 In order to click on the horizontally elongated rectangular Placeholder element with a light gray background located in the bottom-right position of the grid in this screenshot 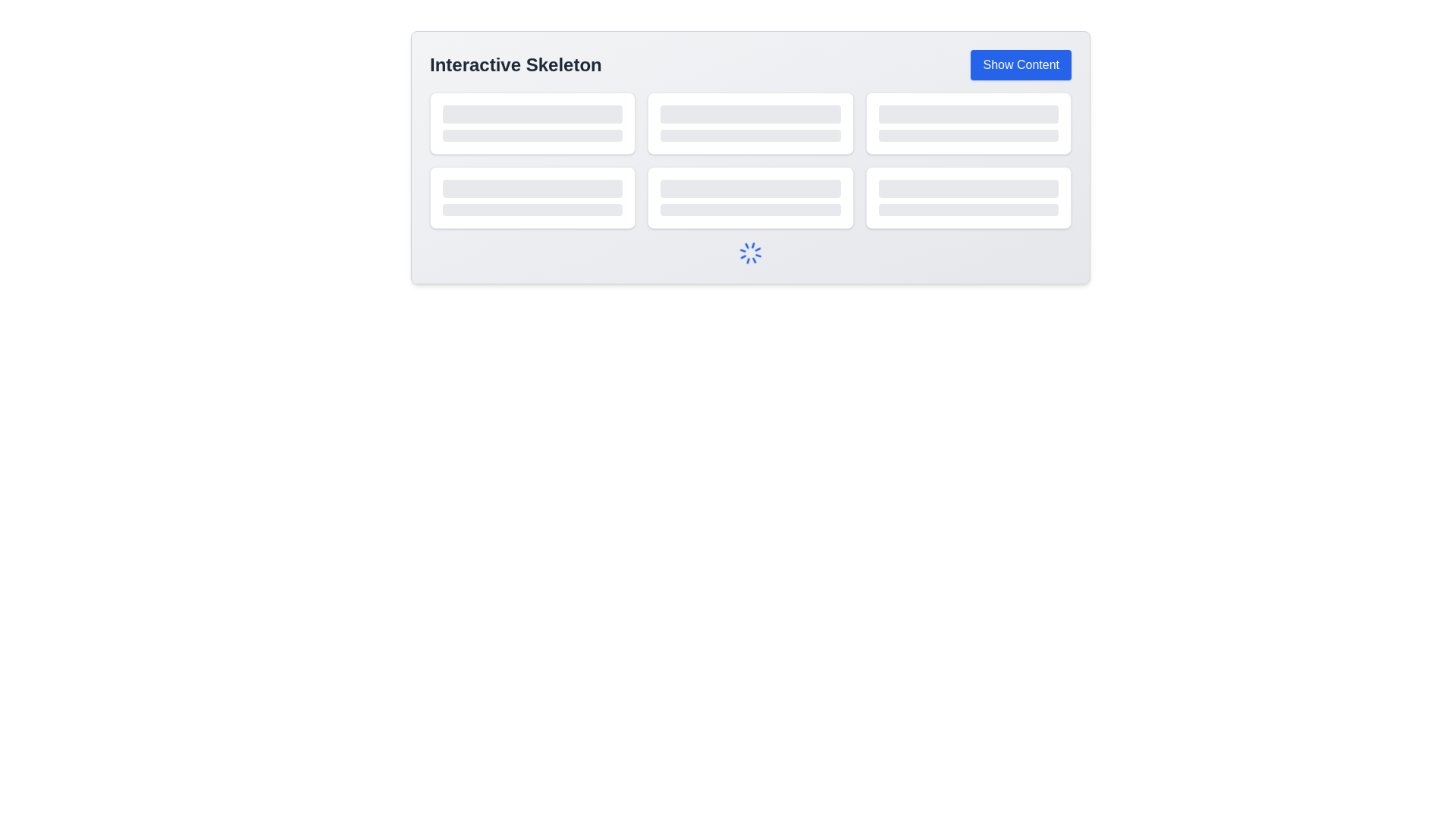, I will do `click(968, 197)`.